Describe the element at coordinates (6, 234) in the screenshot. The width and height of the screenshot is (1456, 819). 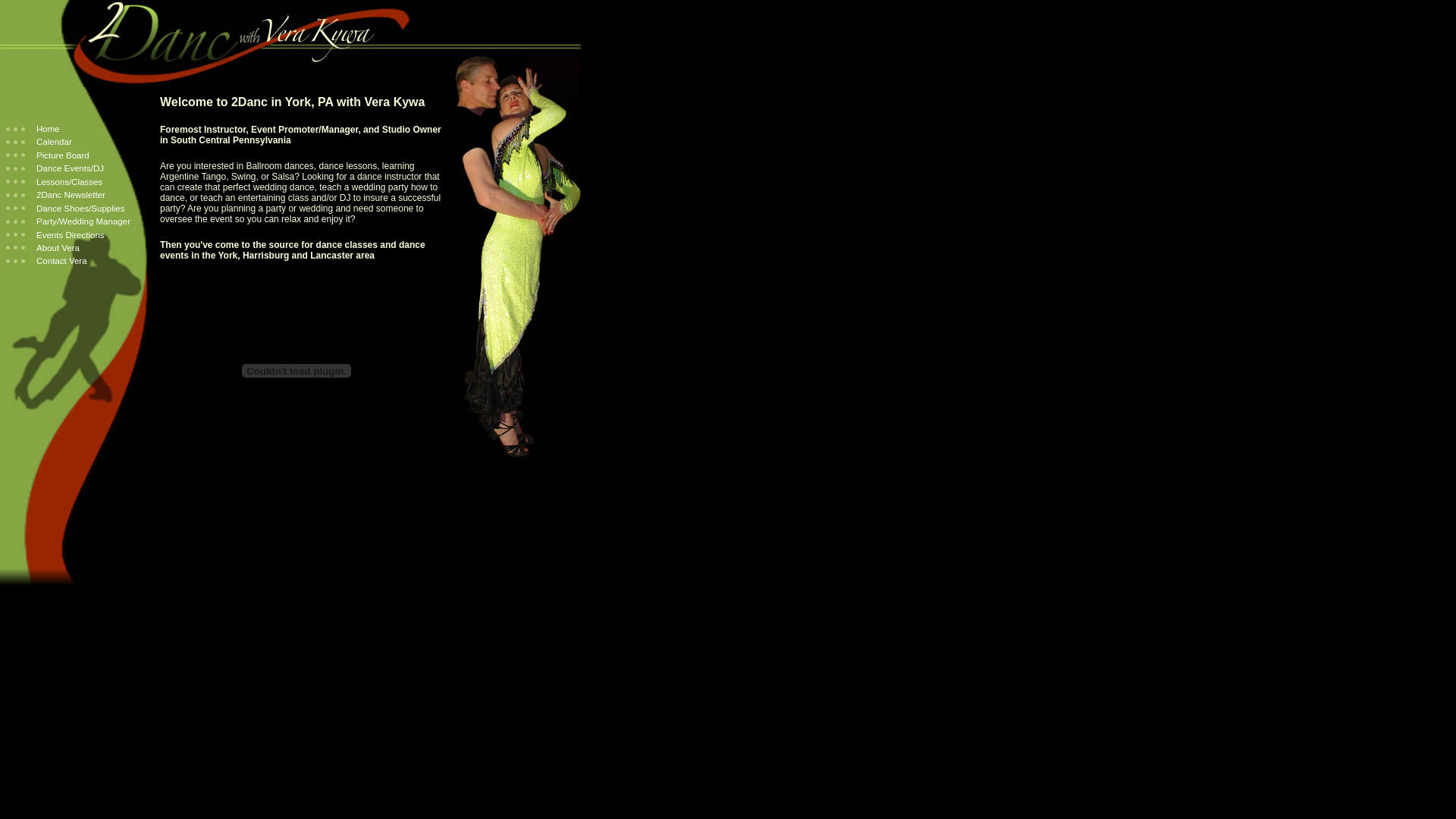
I see `'Events Directions'` at that location.